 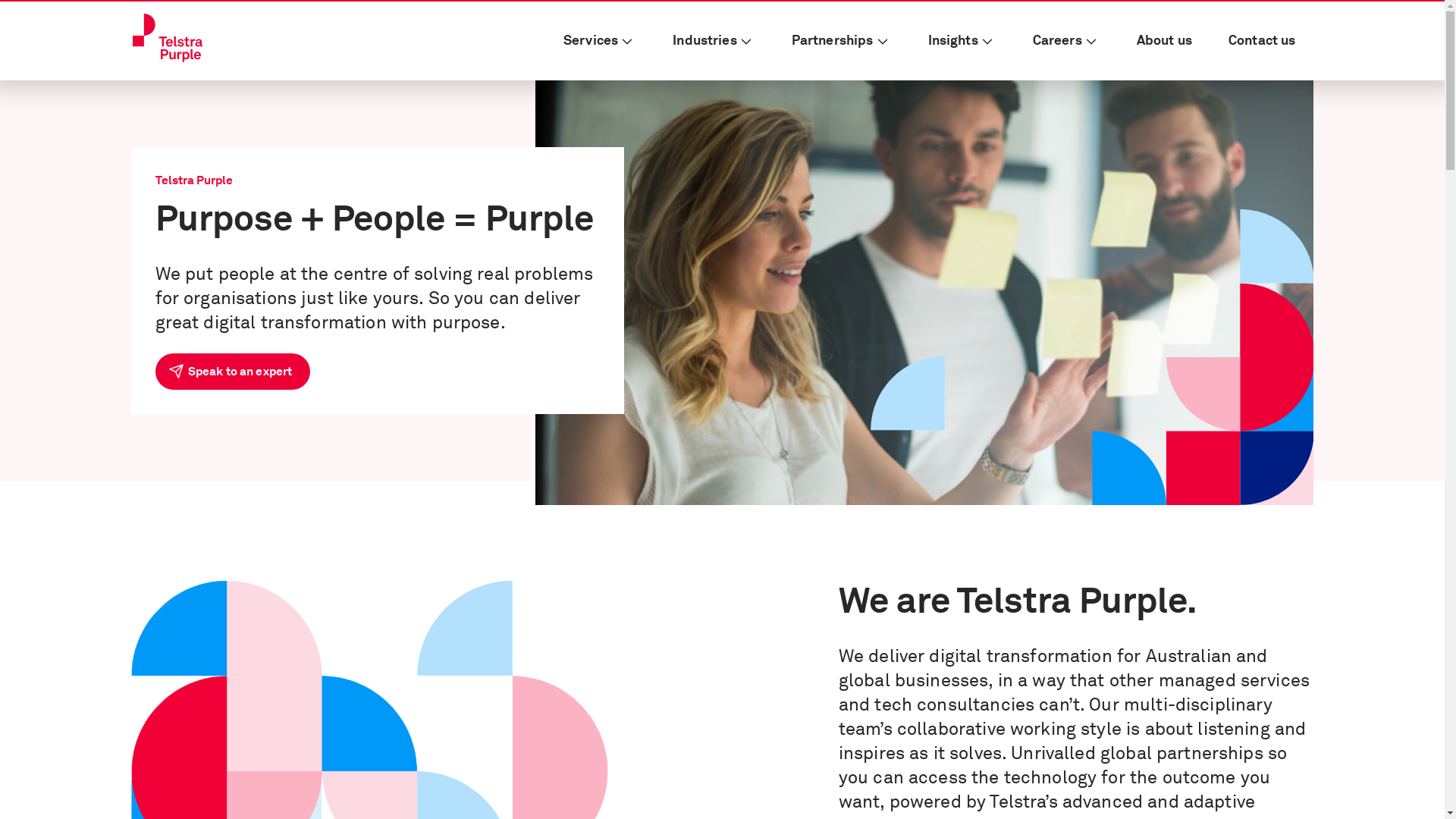 I want to click on 'Partnerships', so click(x=840, y=40).